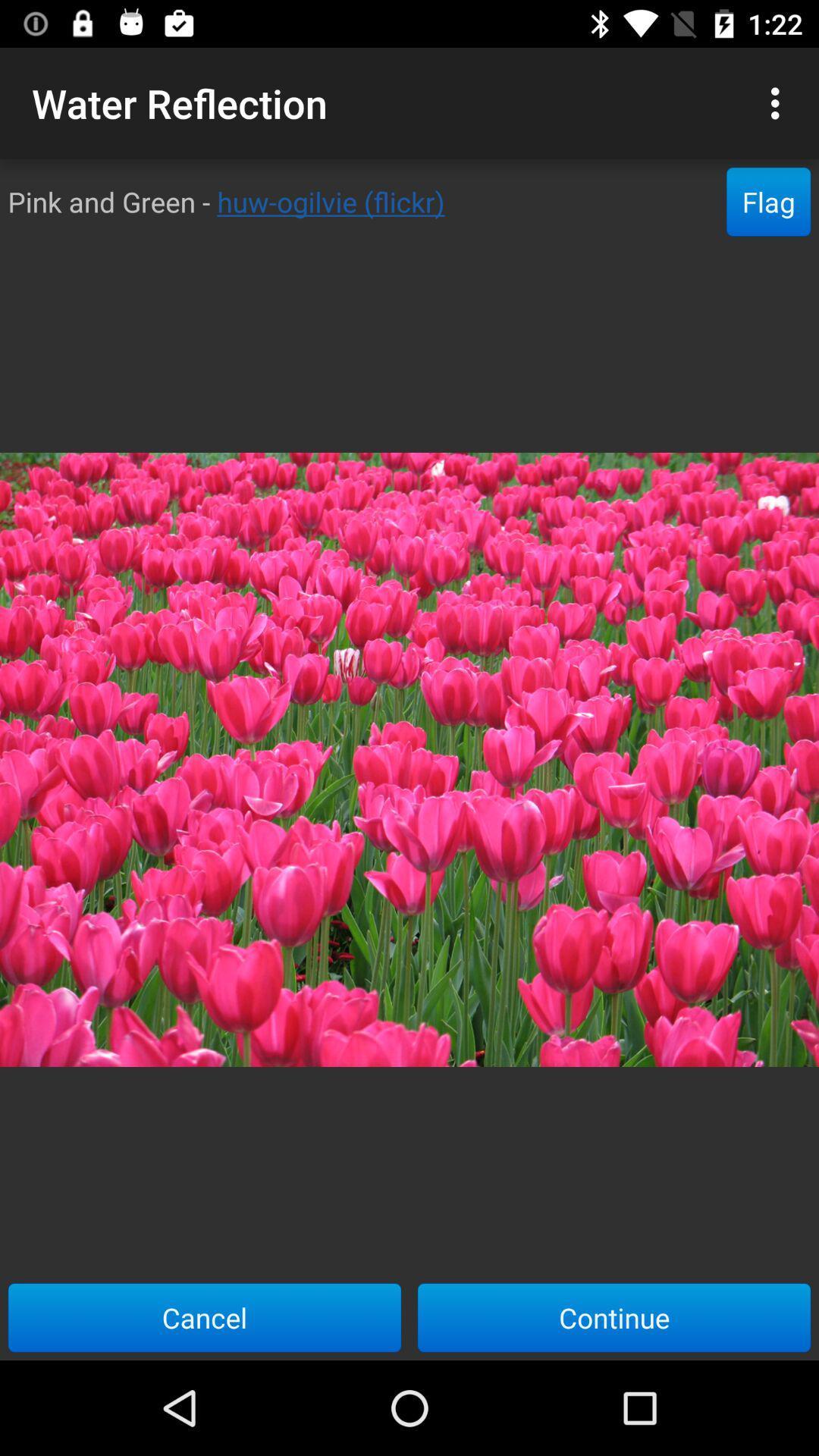 The height and width of the screenshot is (1456, 819). Describe the element at coordinates (205, 1316) in the screenshot. I see `the icon next to continue` at that location.